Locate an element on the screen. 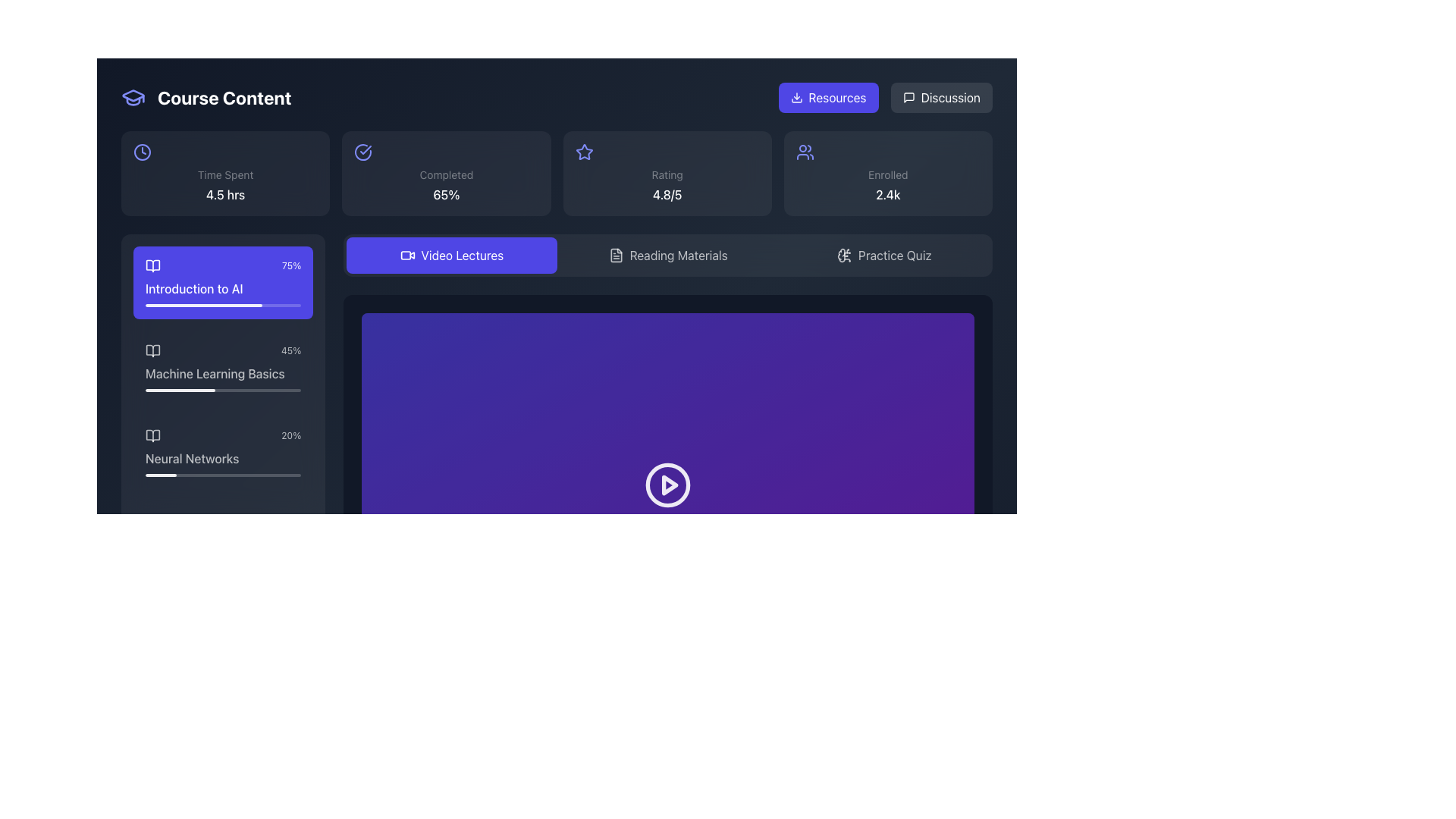  the open book icon within the third list item titled 'Neural Networks' in the vertical course list is located at coordinates (152, 435).